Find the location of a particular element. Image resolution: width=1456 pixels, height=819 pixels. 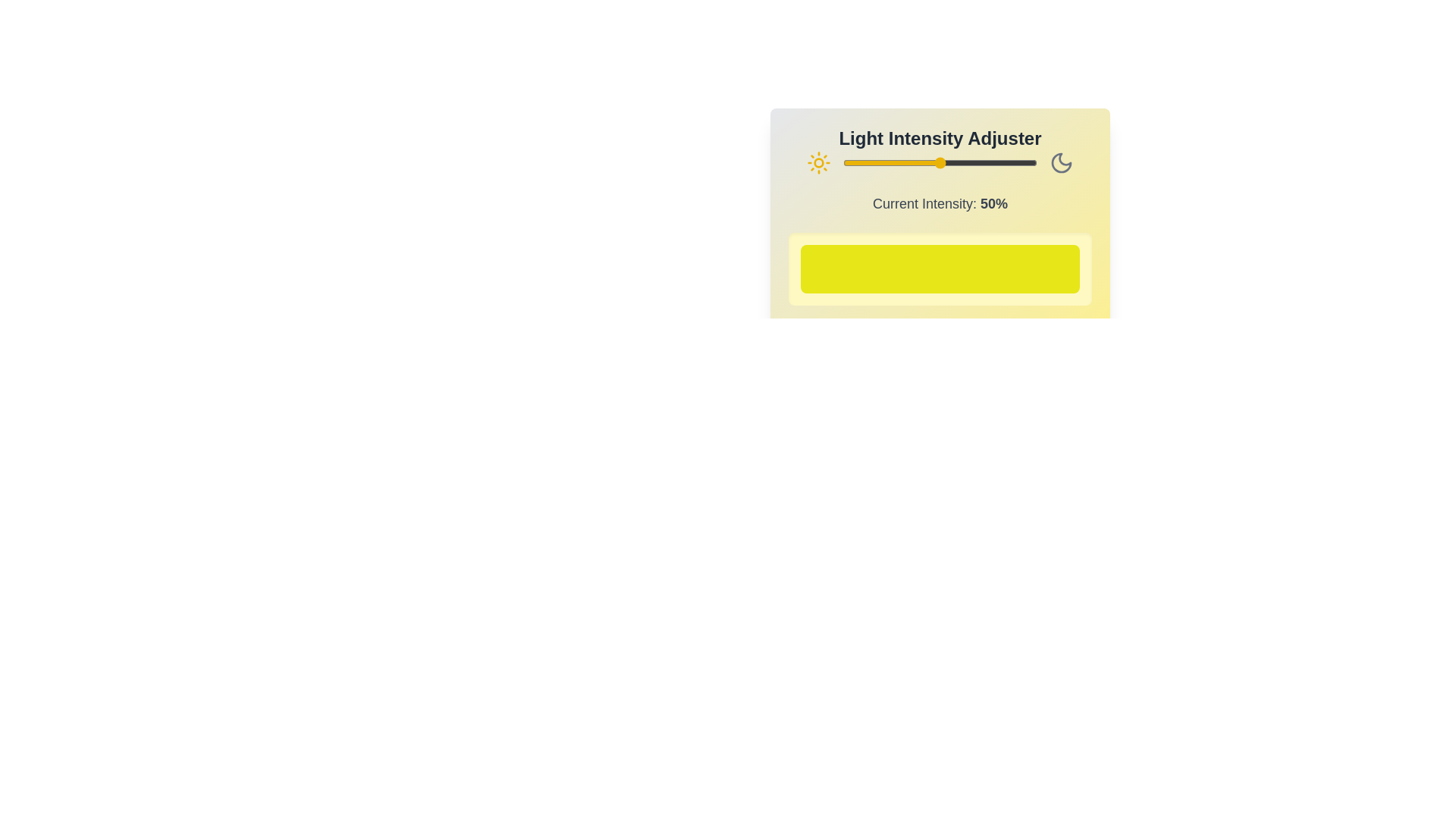

the light intensity to 99% by moving the slider is located at coordinates (1034, 163).